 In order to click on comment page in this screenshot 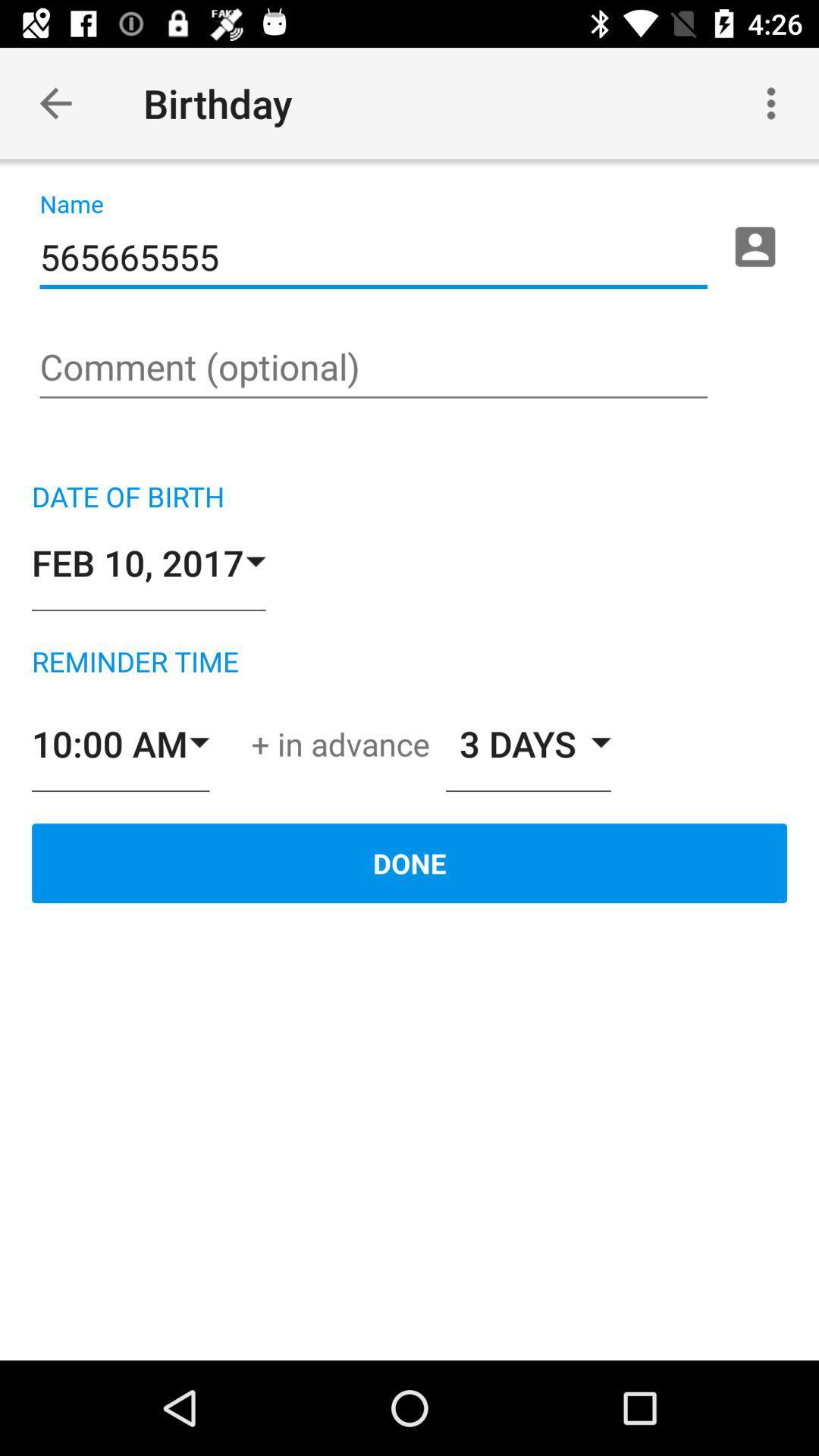, I will do `click(373, 369)`.